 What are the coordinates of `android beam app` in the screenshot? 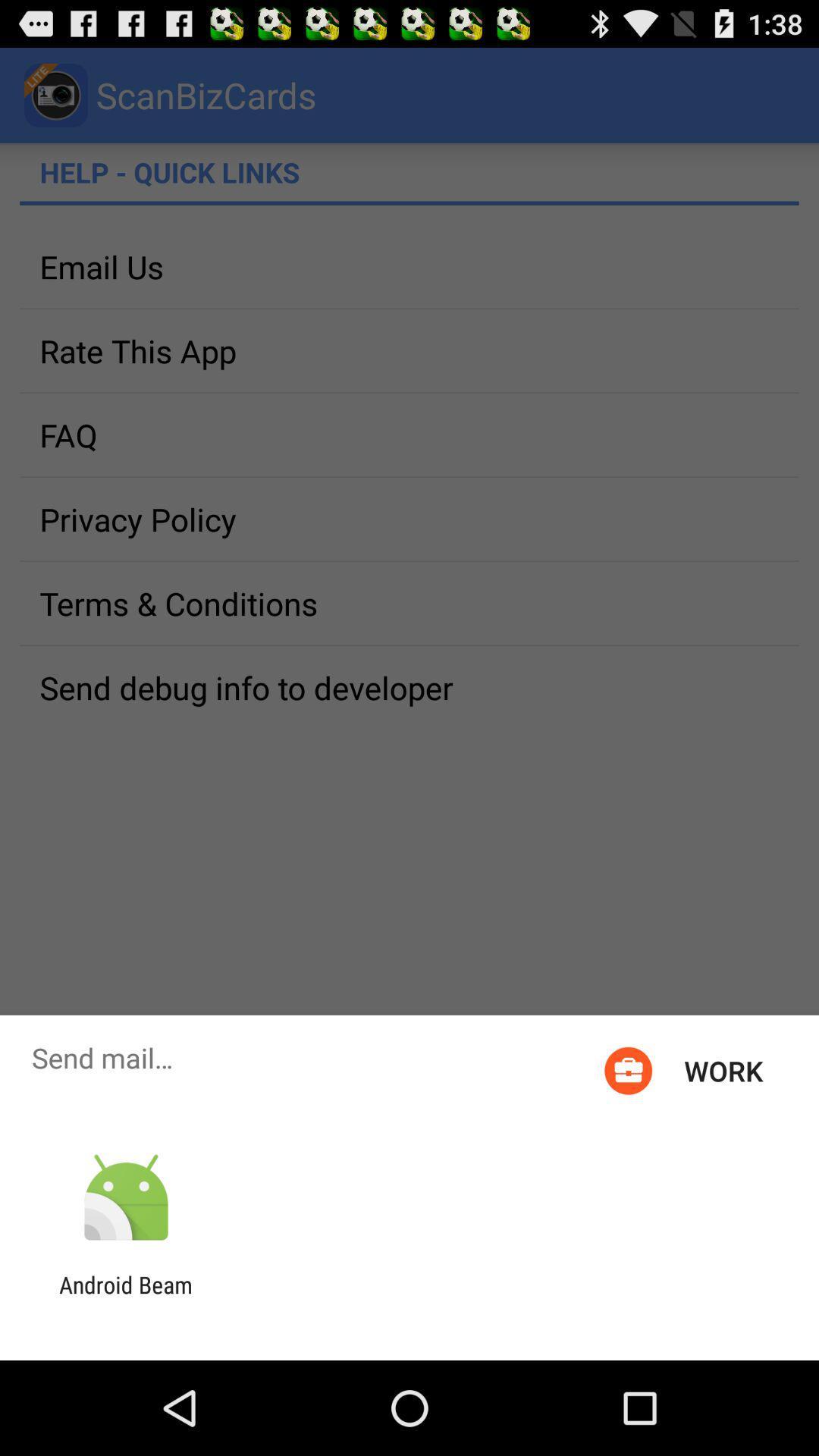 It's located at (125, 1298).